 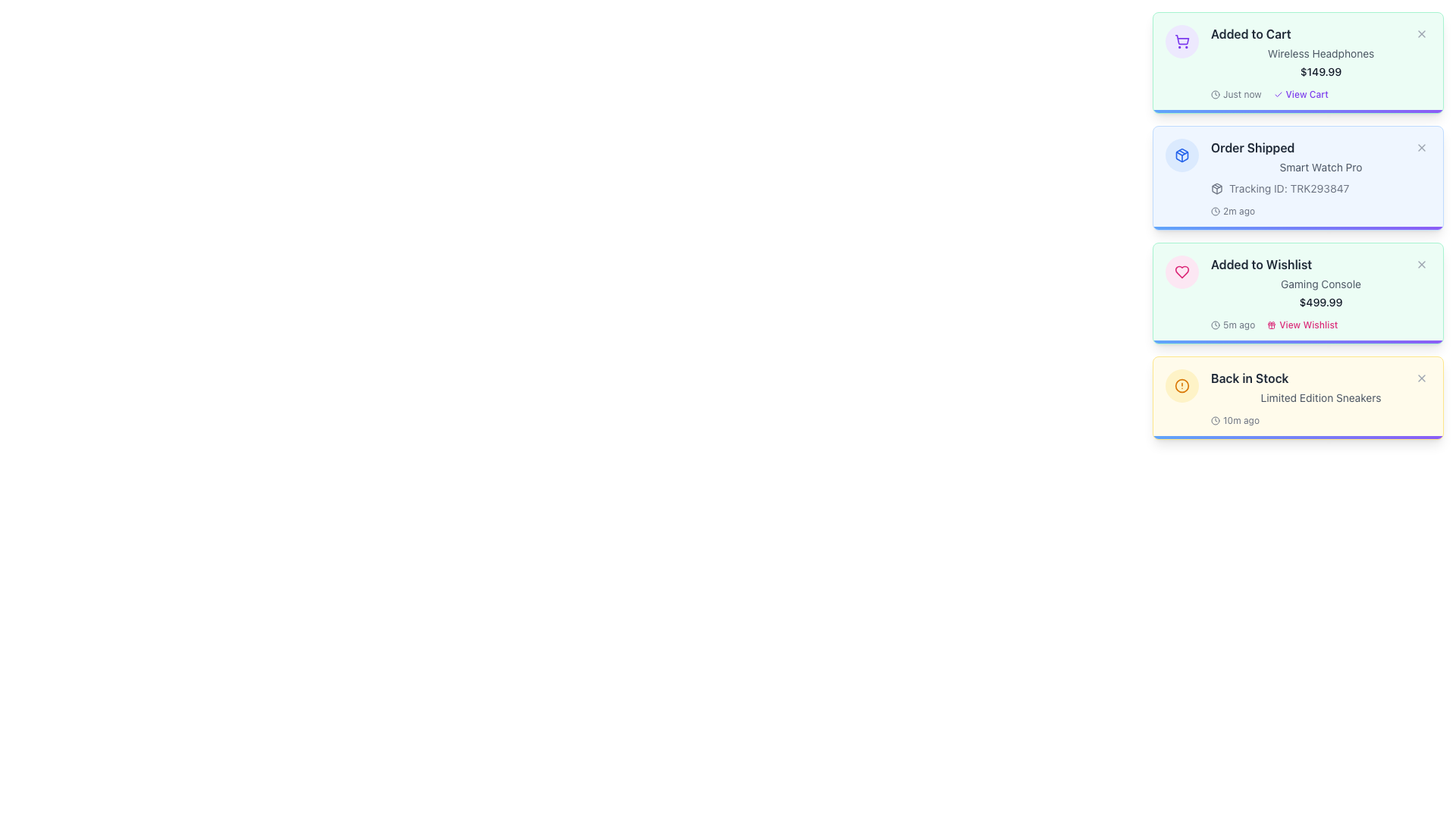 I want to click on the appearance of the package icon located to the left of the 'Tracking ID: TRK293847' text in the 'Order Shipped' notification box, so click(x=1216, y=188).